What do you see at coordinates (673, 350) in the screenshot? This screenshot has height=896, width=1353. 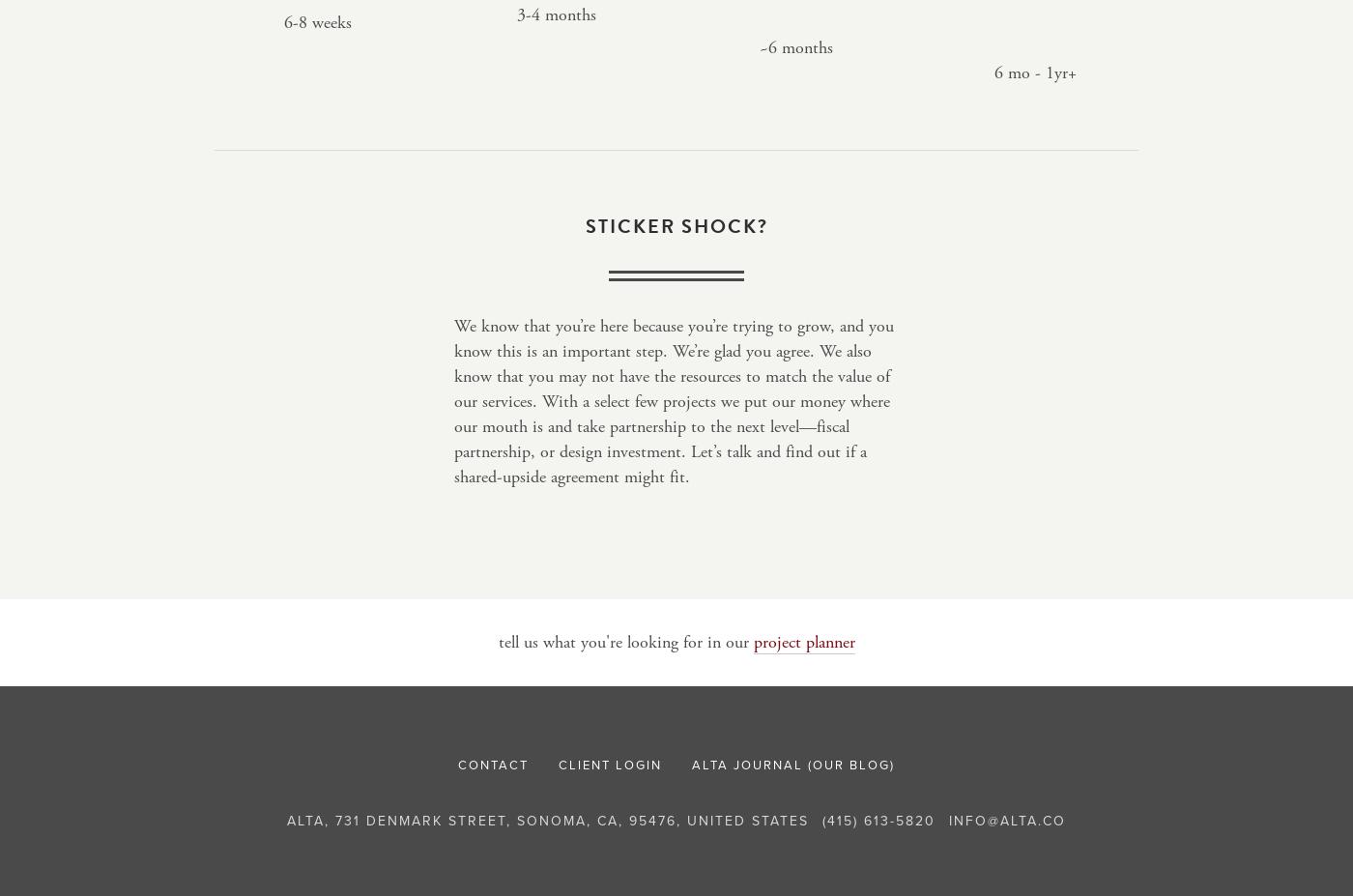 I see `'We know that you’re here because you’re trying to grow, and you know this is an important step. We’re glad you agree. We also know that you'` at bounding box center [673, 350].